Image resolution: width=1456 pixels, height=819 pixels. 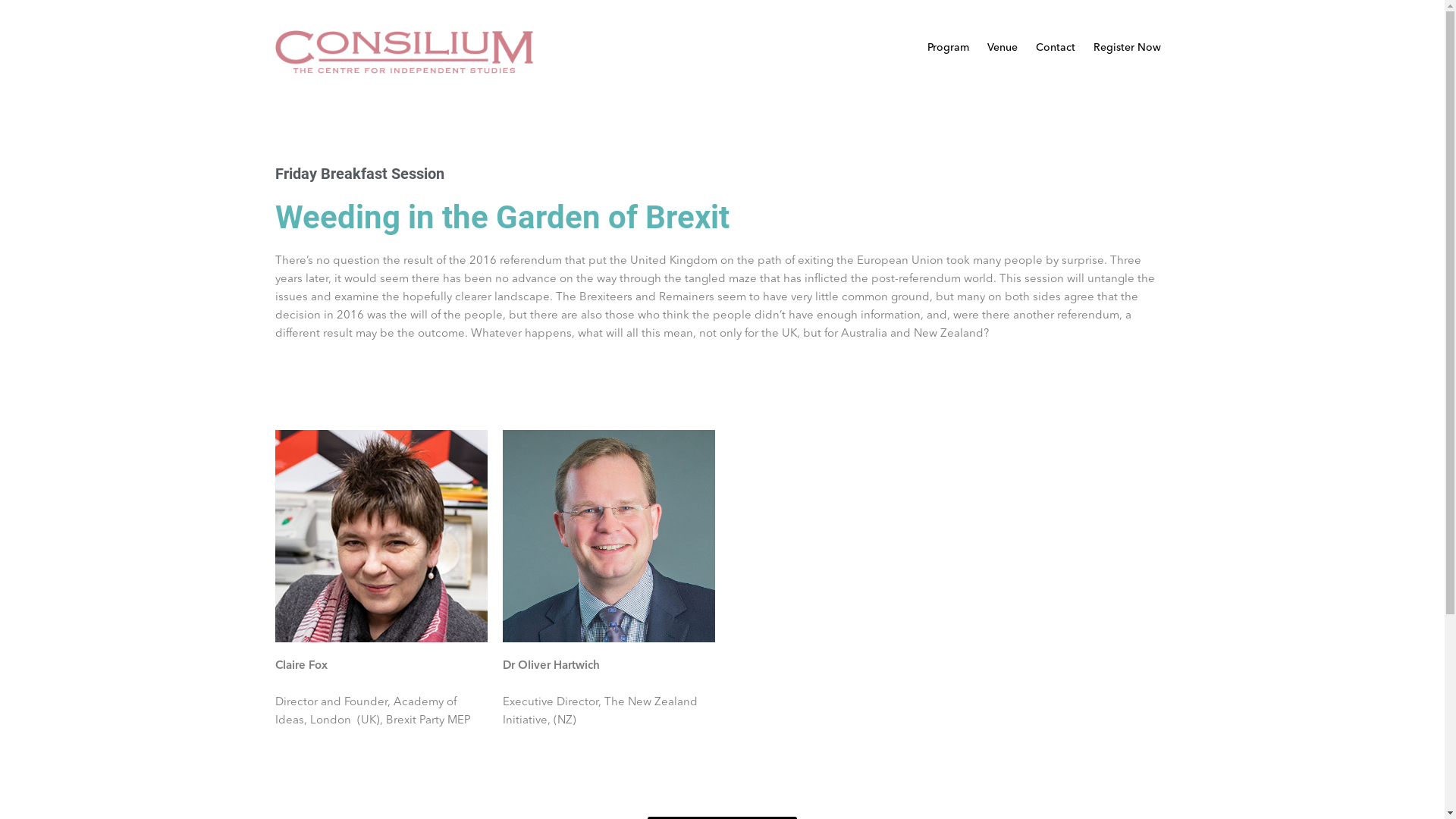 What do you see at coordinates (1127, 46) in the screenshot?
I see `'Register Now'` at bounding box center [1127, 46].